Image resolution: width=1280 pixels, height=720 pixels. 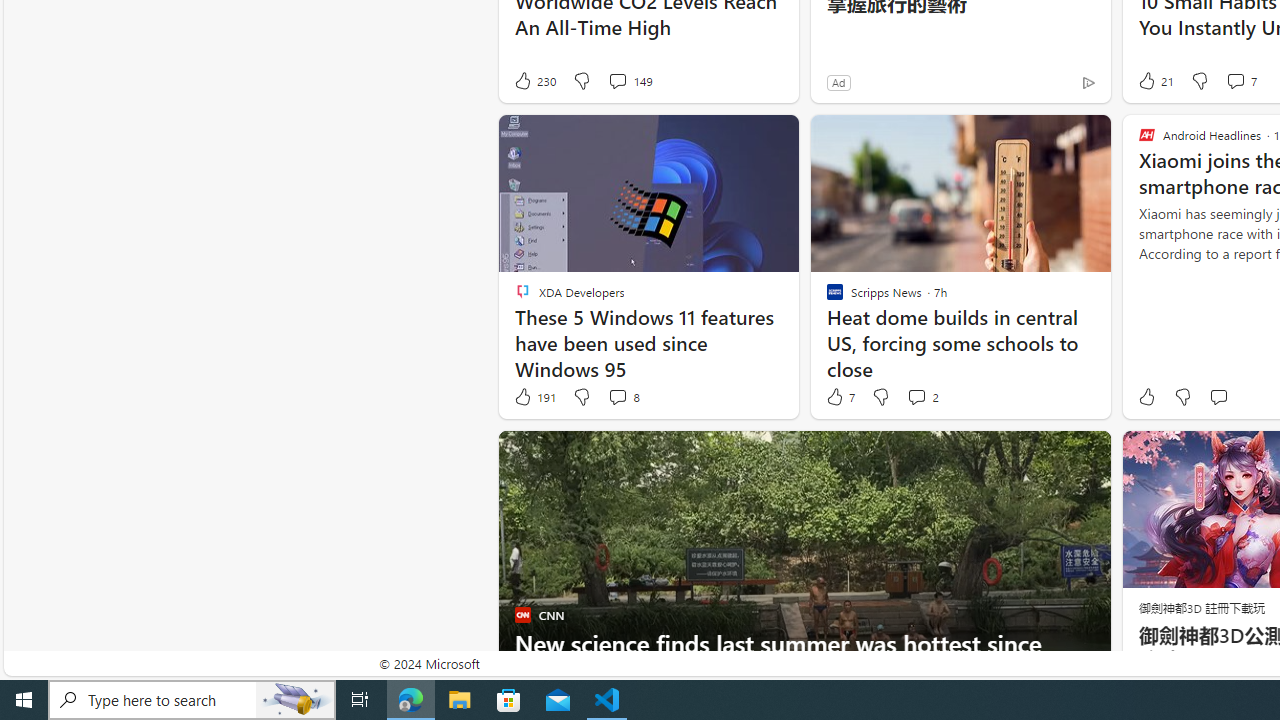 I want to click on '191 Like', so click(x=534, y=397).